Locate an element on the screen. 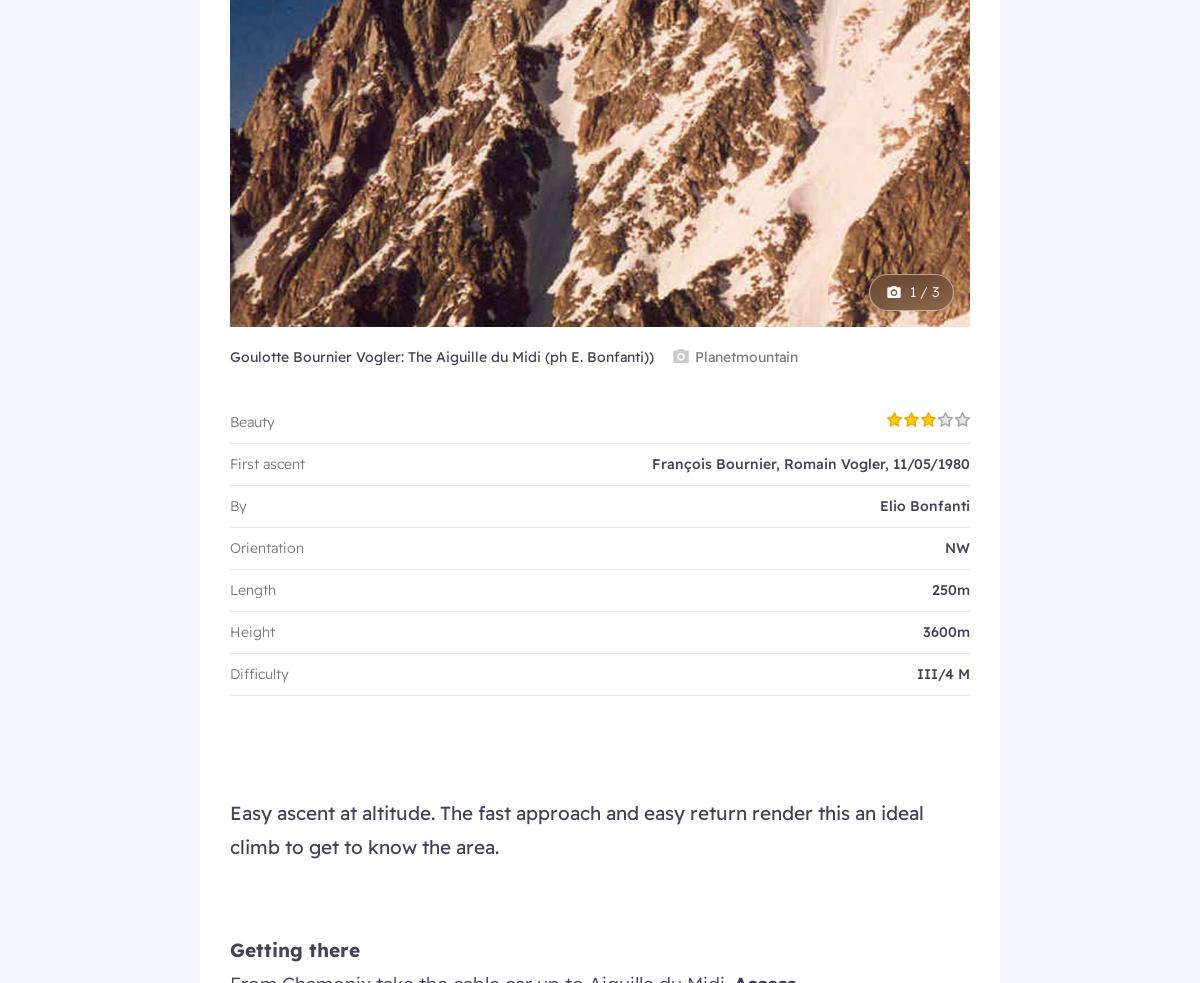 This screenshot has width=1200, height=983. 'Events' is located at coordinates (229, 941).